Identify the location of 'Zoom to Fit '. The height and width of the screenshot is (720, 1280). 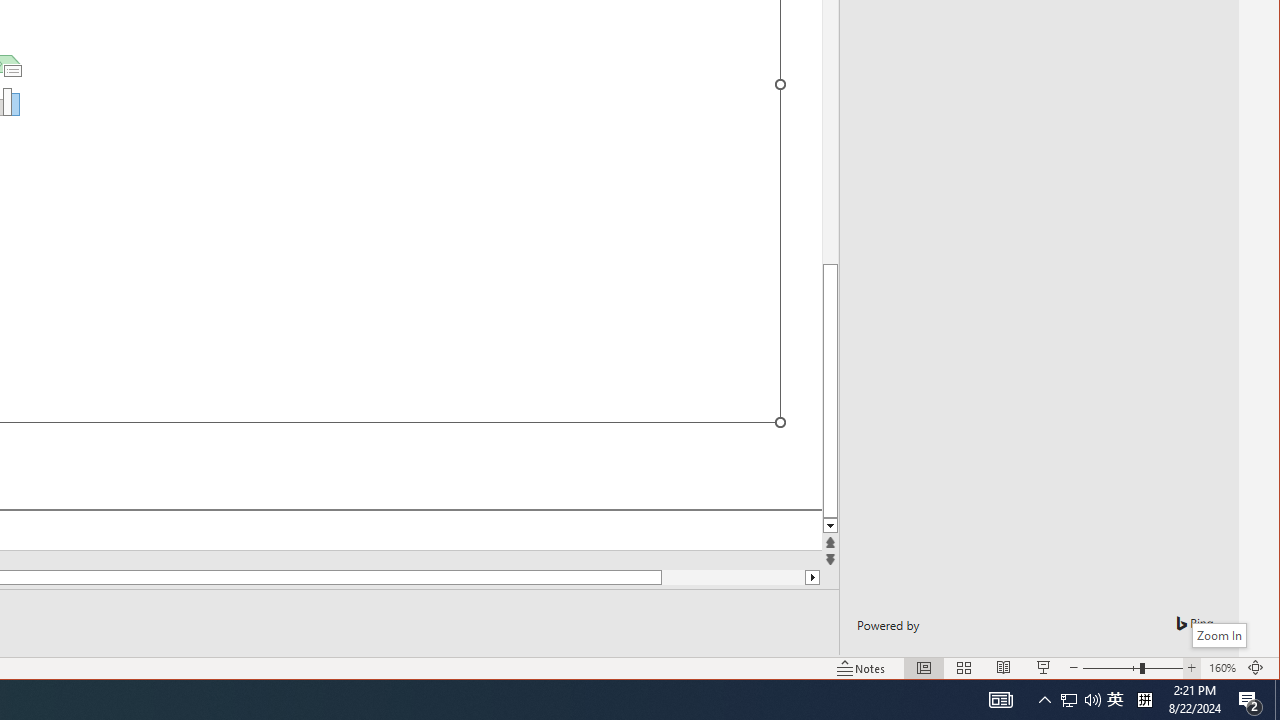
(1276, 698).